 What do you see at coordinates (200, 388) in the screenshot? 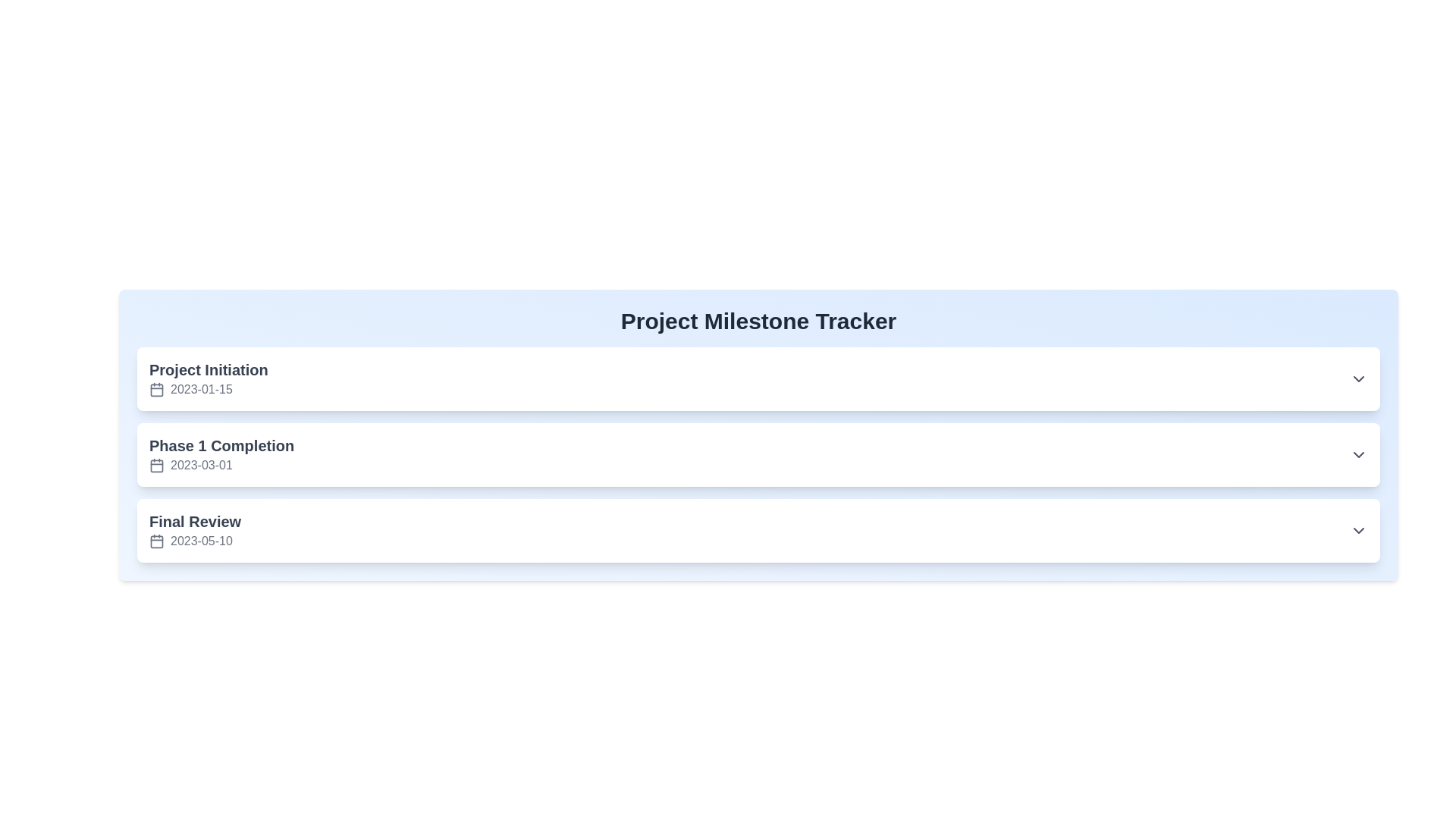
I see `the text display indicating the date for the 'Project Initiation' milestone, which is located at the topmost position among the listed milestones, adjacent to a calendar icon` at bounding box center [200, 388].